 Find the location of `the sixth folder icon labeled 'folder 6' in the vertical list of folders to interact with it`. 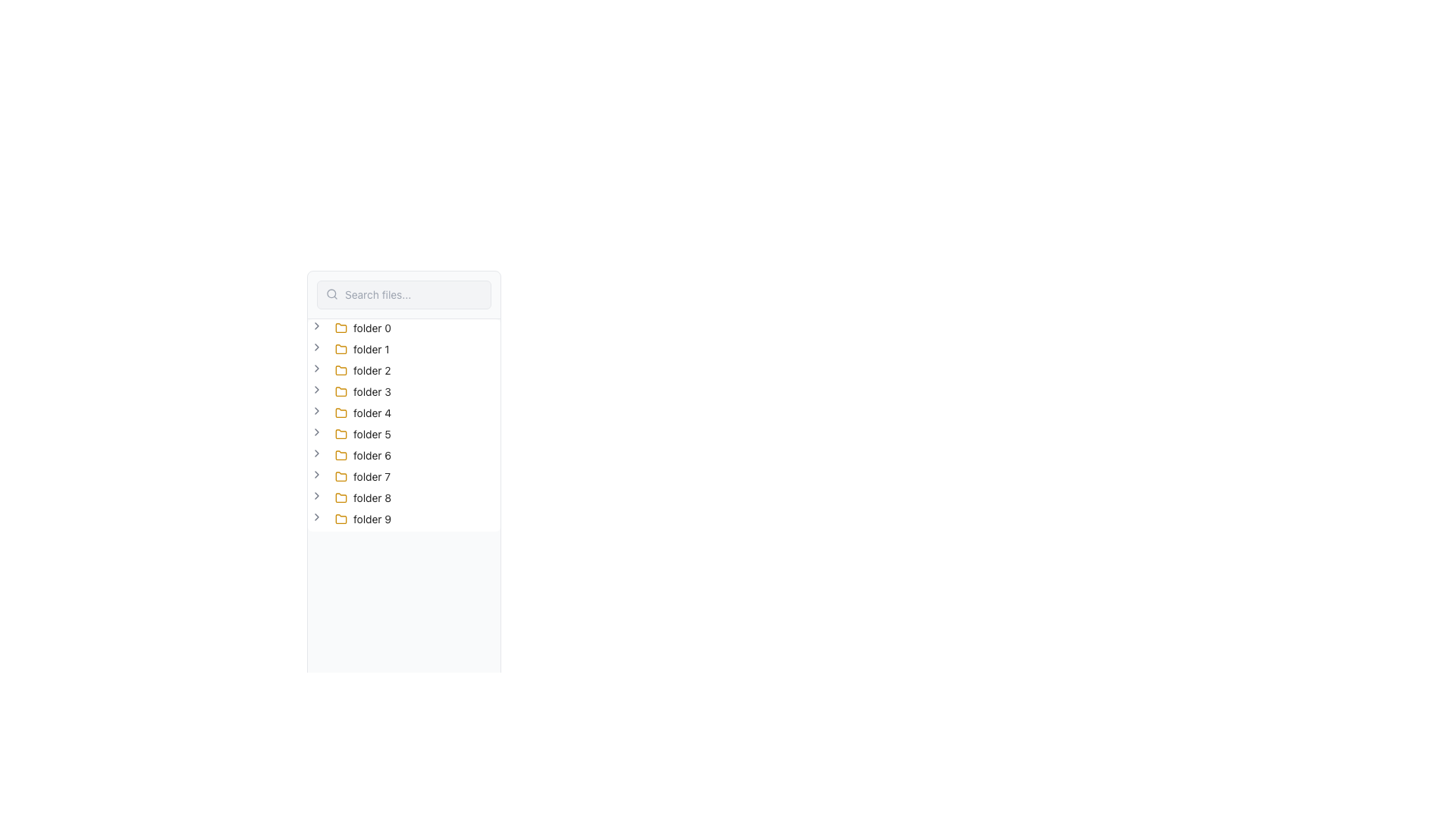

the sixth folder icon labeled 'folder 6' in the vertical list of folders to interact with it is located at coordinates (340, 454).